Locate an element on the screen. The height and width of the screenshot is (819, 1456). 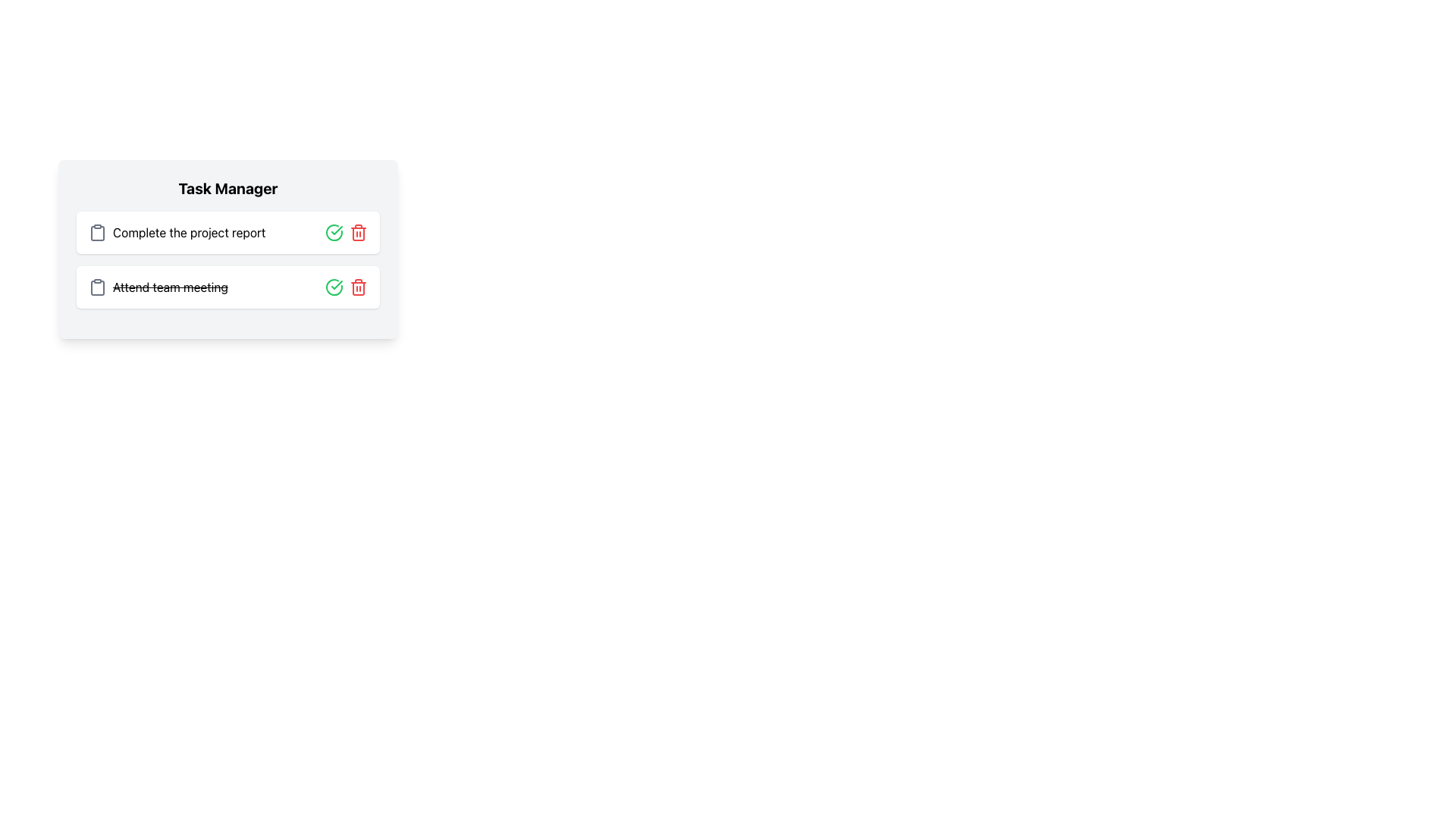
the circular icon with a green border and a checkmark inside to mark the task 'Complete the project report' as completed is located at coordinates (334, 233).